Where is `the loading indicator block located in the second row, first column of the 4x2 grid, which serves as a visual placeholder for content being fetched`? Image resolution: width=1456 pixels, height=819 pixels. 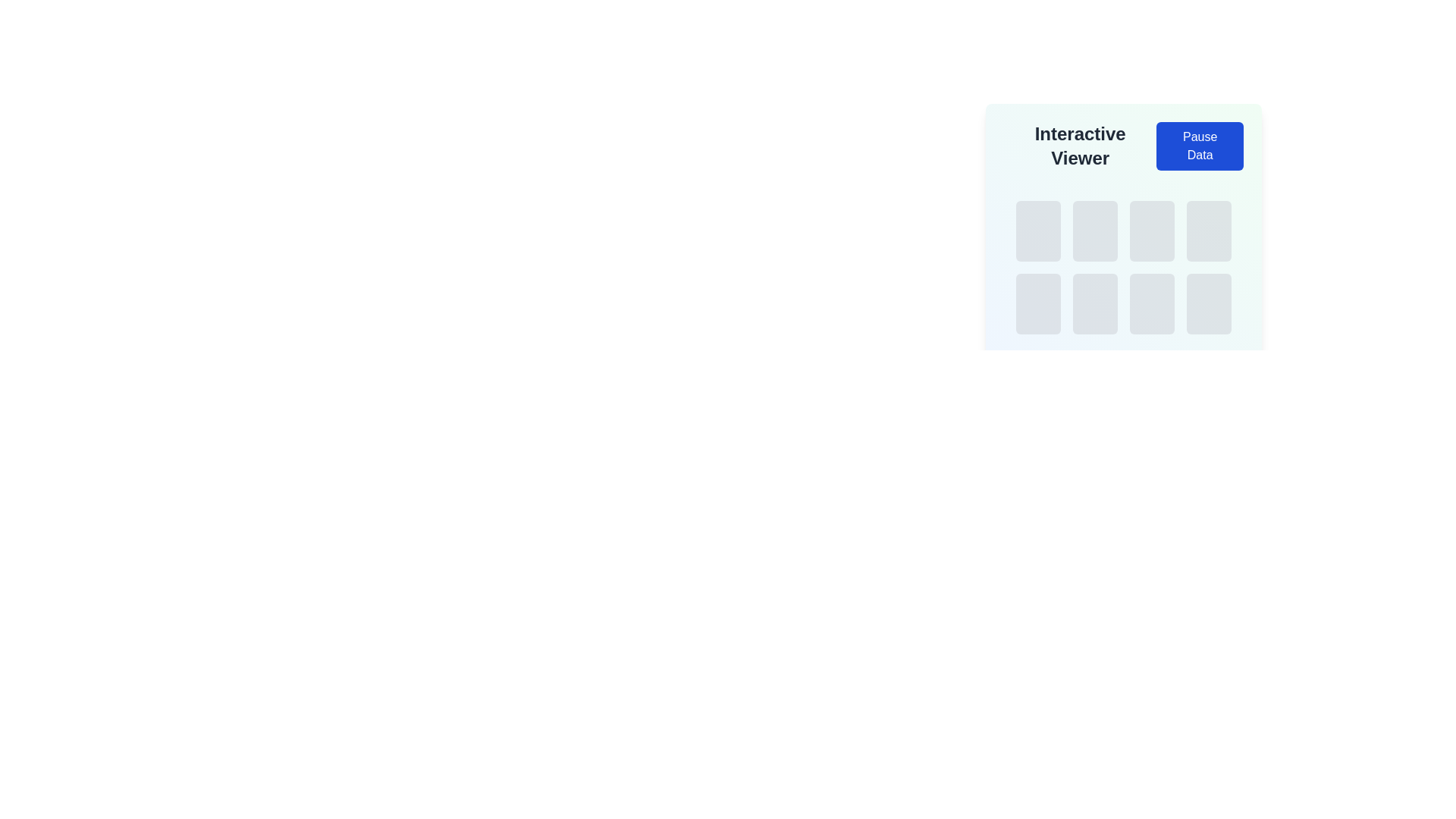 the loading indicator block located in the second row, first column of the 4x2 grid, which serves as a visual placeholder for content being fetched is located at coordinates (1037, 304).